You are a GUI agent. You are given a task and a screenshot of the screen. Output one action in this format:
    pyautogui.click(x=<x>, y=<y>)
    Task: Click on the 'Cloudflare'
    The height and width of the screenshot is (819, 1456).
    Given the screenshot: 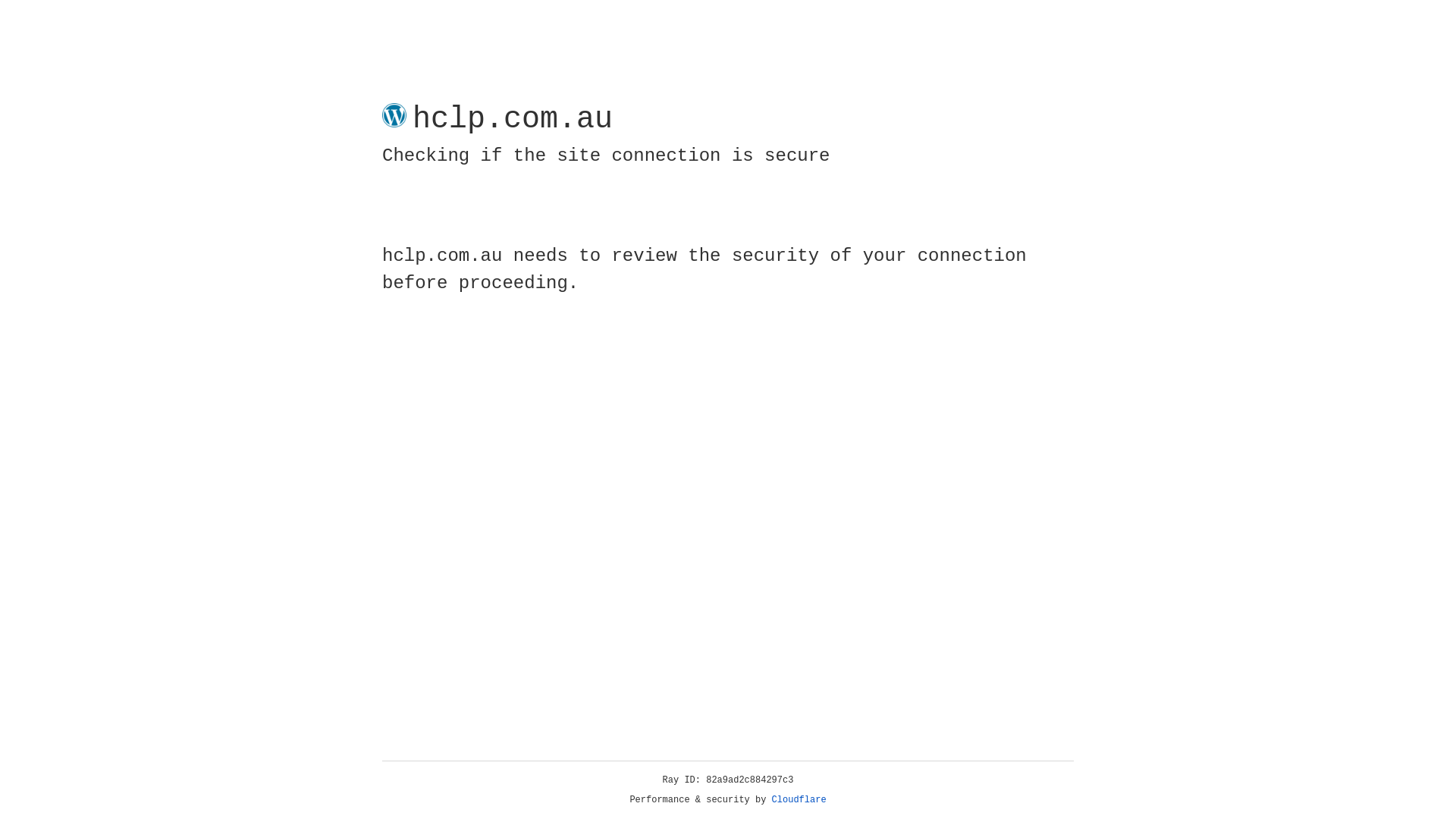 What is the action you would take?
    pyautogui.click(x=799, y=799)
    